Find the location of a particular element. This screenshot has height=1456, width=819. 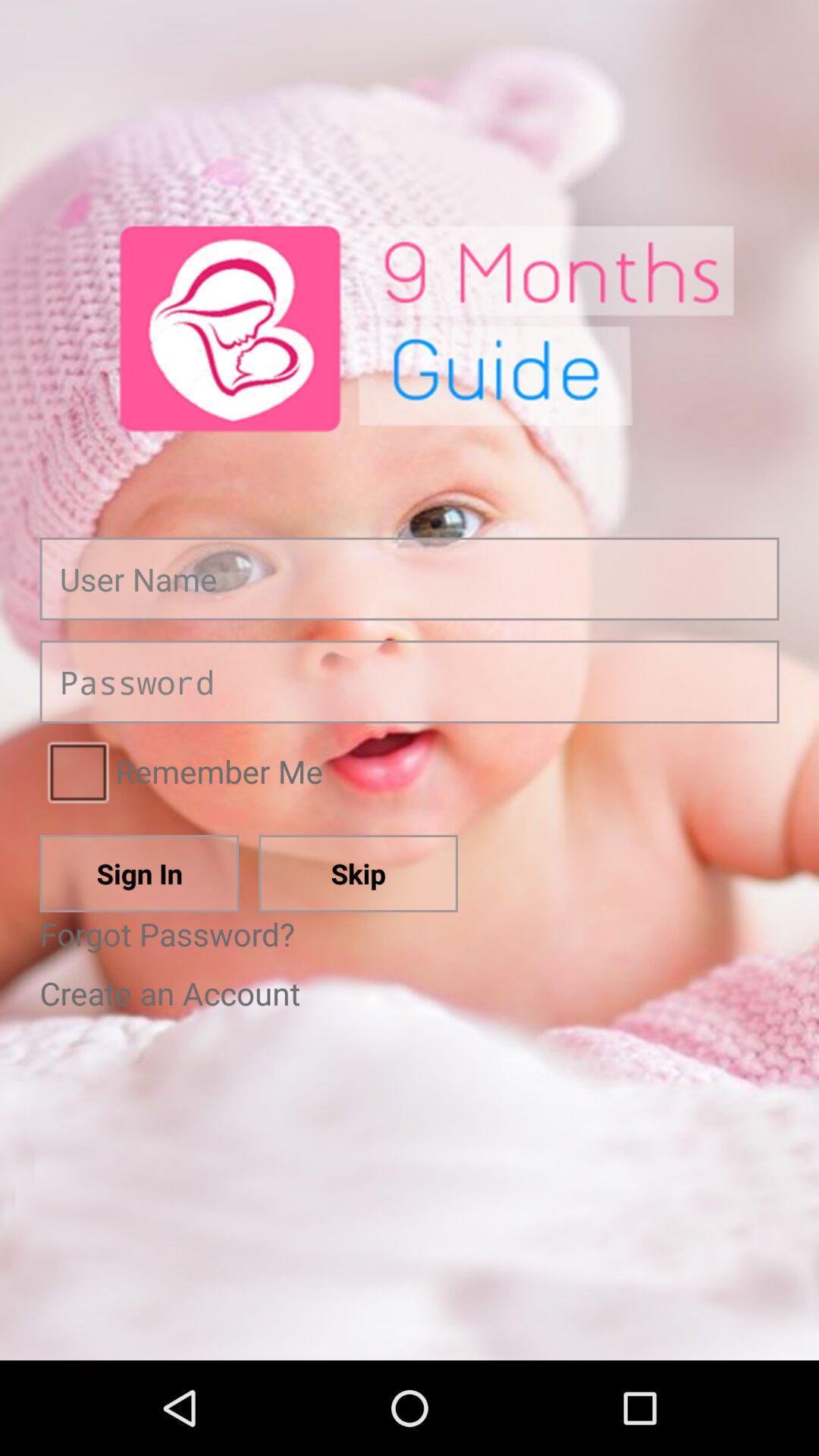

login page is located at coordinates (409, 681).